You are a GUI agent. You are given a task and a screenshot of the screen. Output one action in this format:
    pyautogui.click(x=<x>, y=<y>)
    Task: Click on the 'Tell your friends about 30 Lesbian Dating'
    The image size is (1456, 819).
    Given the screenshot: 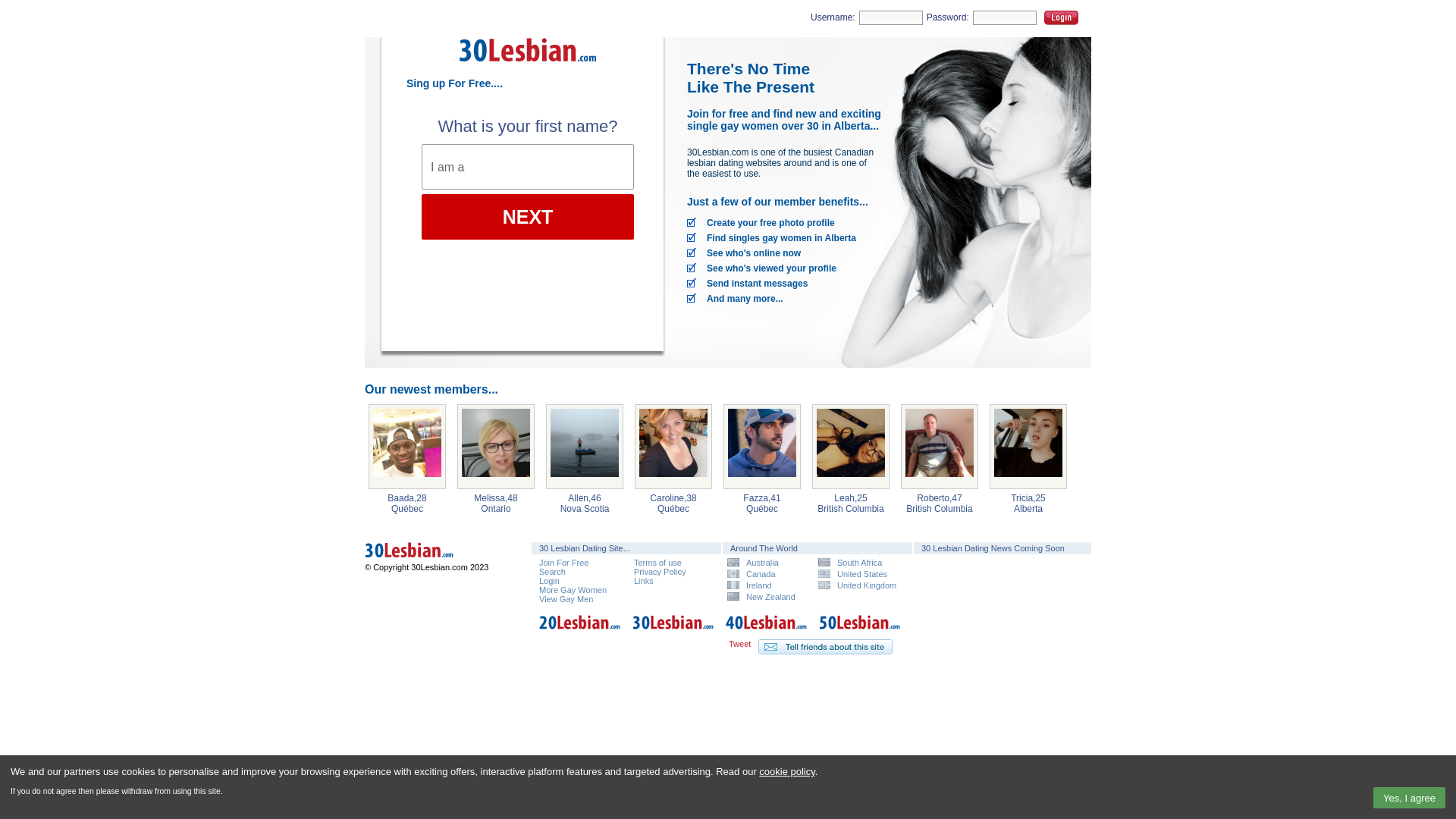 What is the action you would take?
    pyautogui.click(x=758, y=646)
    